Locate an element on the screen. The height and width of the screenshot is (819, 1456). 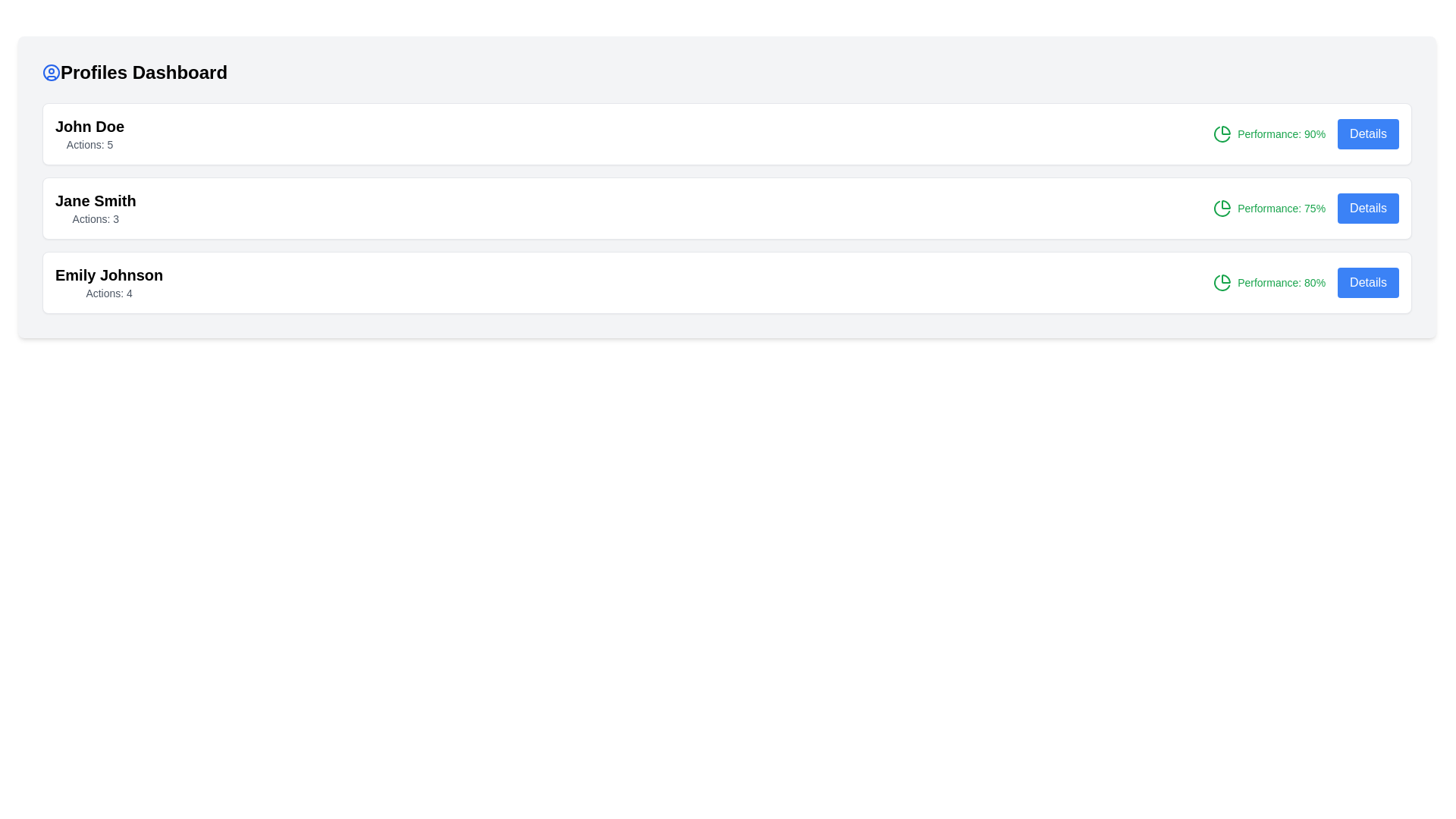
the filled circle with a blue outline located inside the icon to the left of the title 'Profiles Dashboard' is located at coordinates (51, 73).